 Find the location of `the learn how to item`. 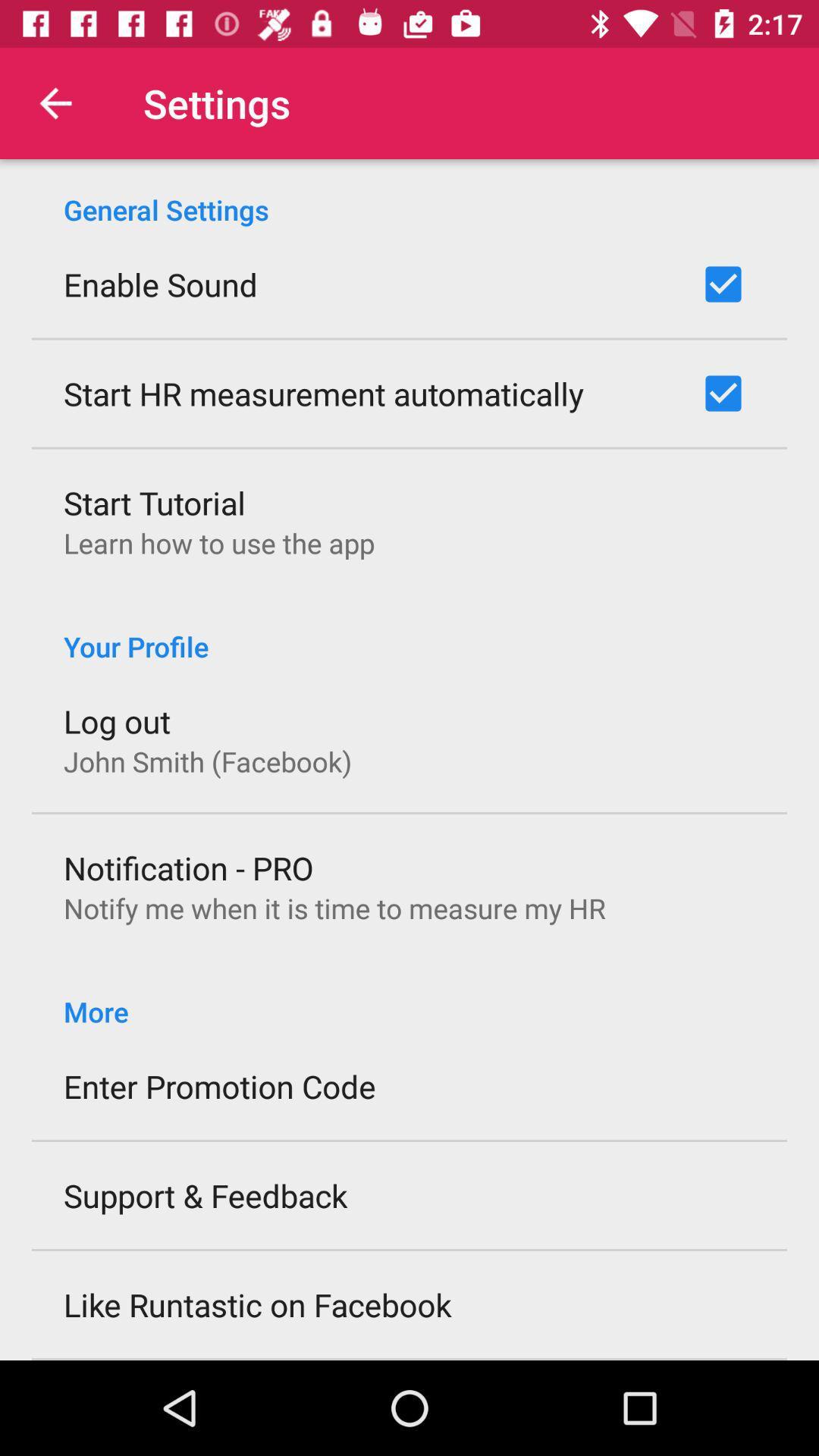

the learn how to item is located at coordinates (219, 543).